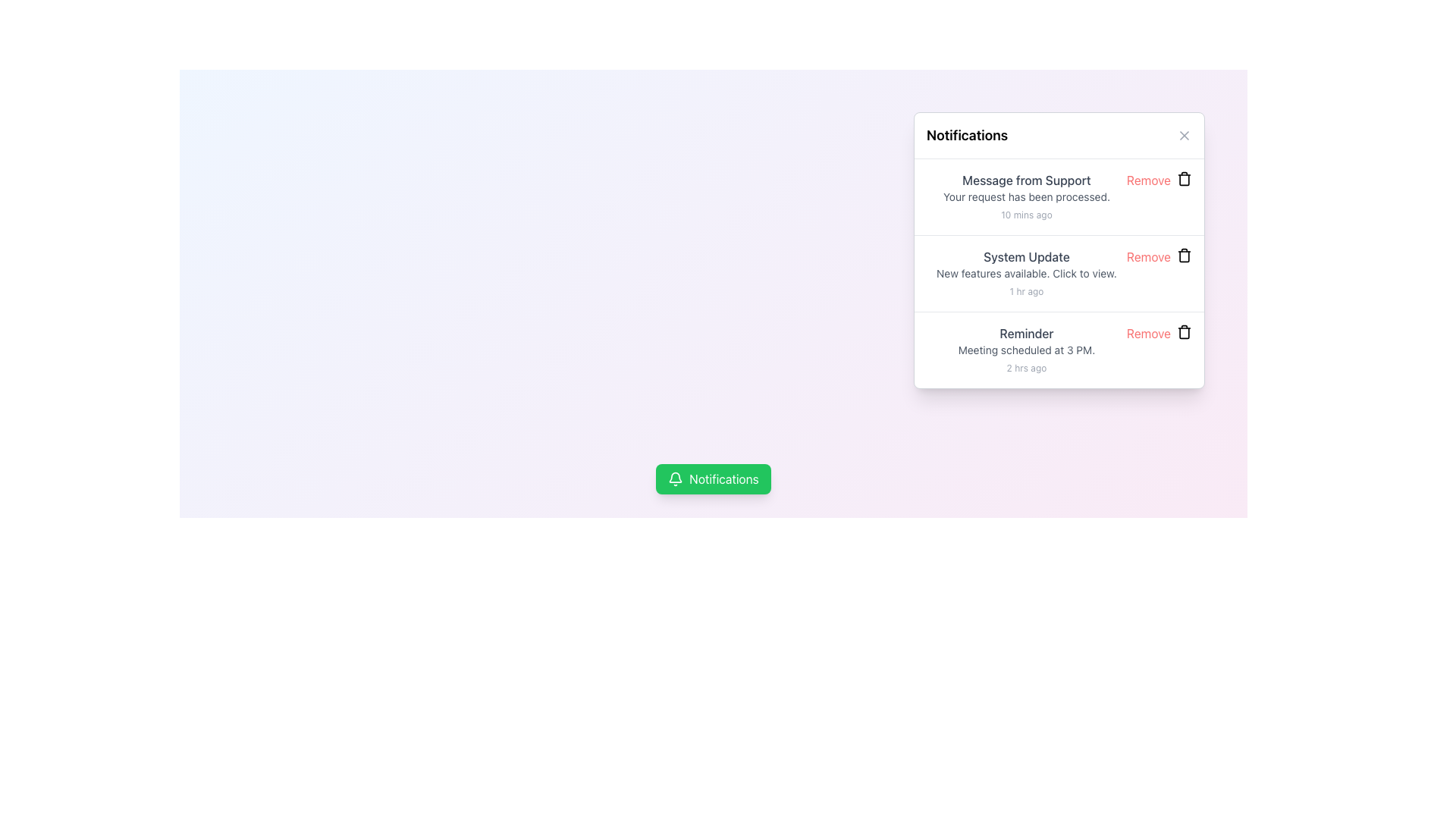 The image size is (1456, 819). Describe the element at coordinates (1026, 215) in the screenshot. I see `text label that indicates the time elapsed since the notification was generated, located at the bottom-right corner of the 'Message from Support' notification` at that location.